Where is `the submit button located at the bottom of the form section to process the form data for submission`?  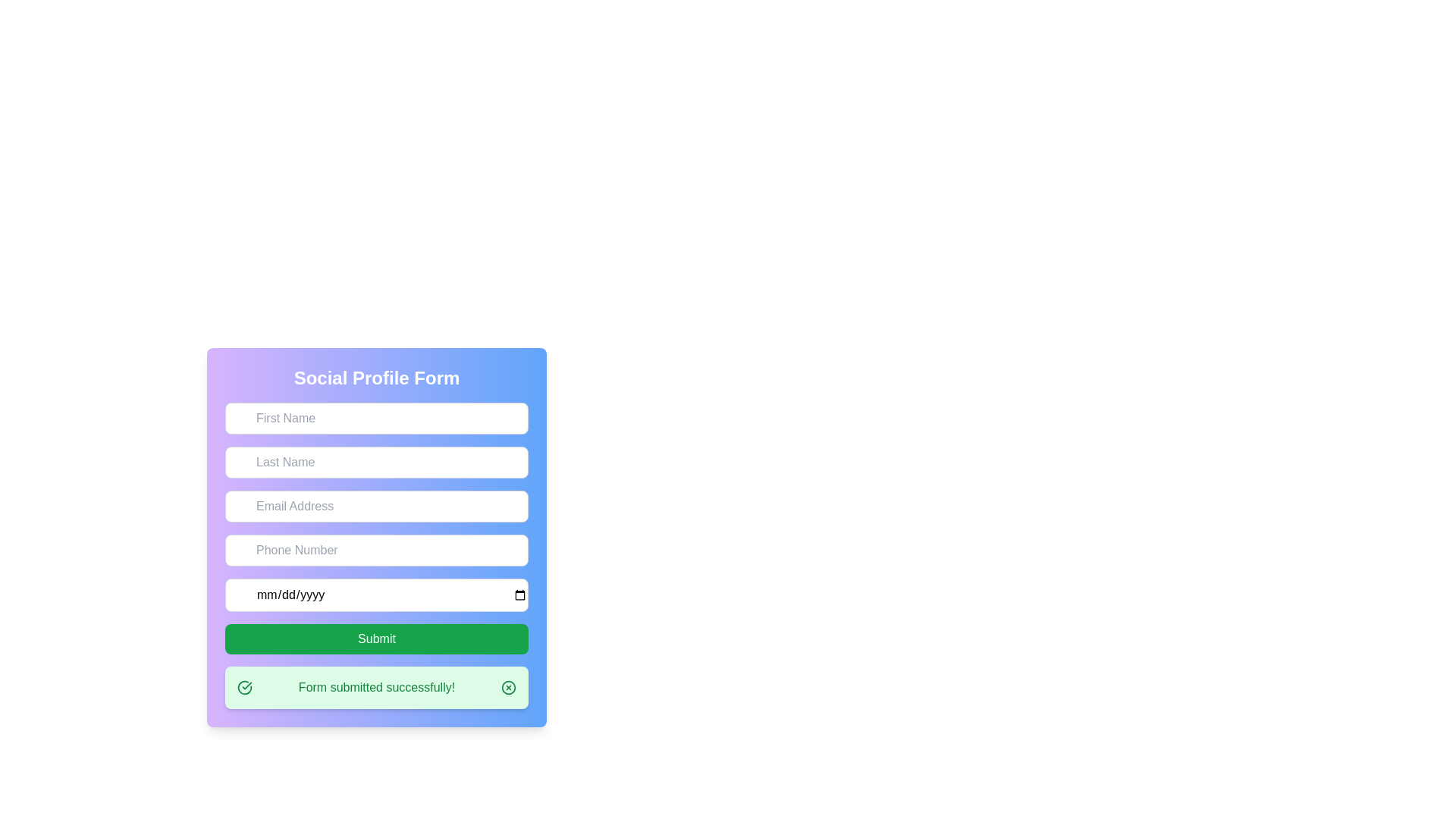 the submit button located at the bottom of the form section to process the form data for submission is located at coordinates (377, 639).